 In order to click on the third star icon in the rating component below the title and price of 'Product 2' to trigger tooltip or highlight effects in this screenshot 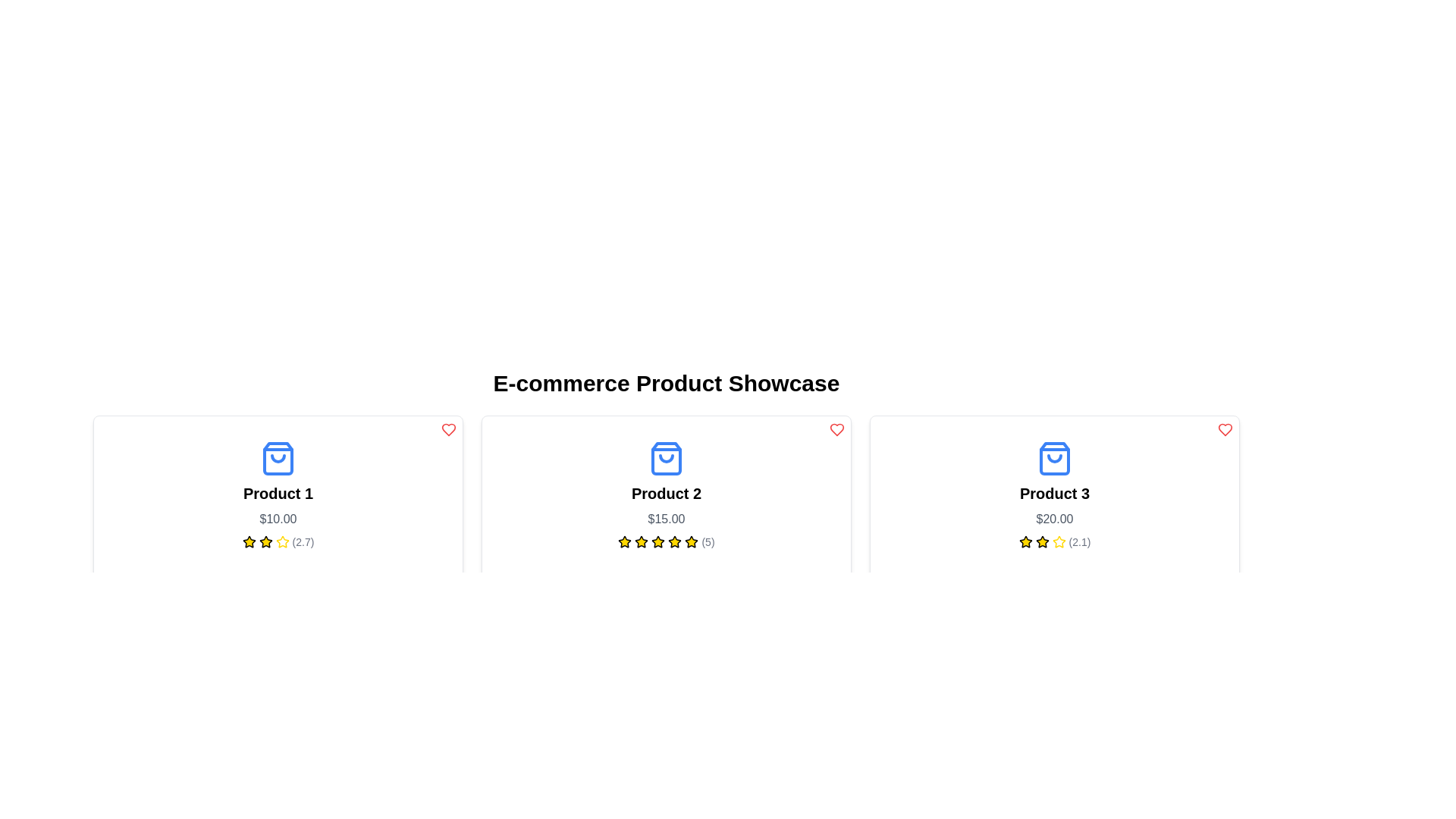, I will do `click(691, 541)`.